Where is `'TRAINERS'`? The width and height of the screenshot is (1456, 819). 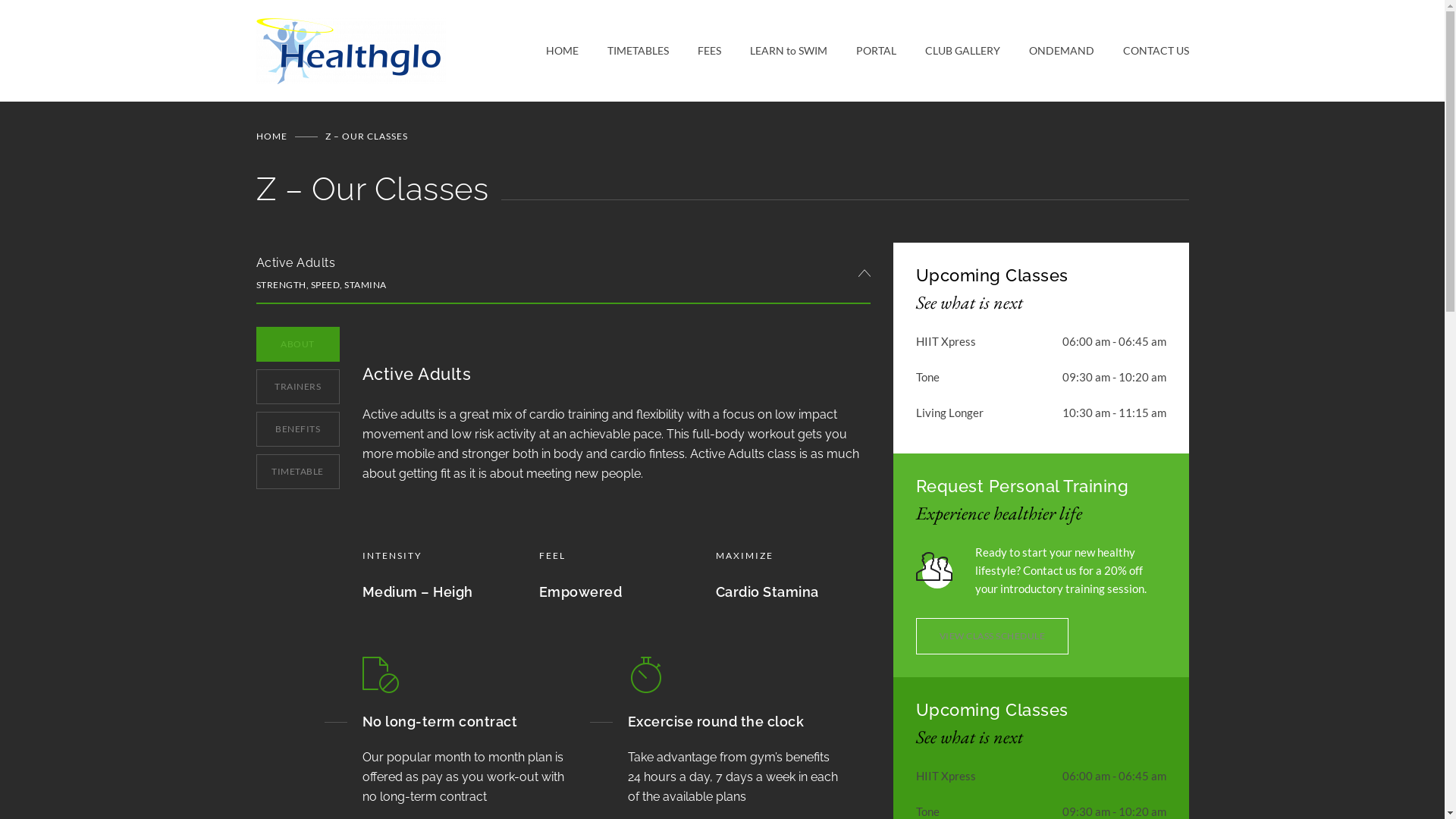
'TRAINERS' is located at coordinates (256, 385).